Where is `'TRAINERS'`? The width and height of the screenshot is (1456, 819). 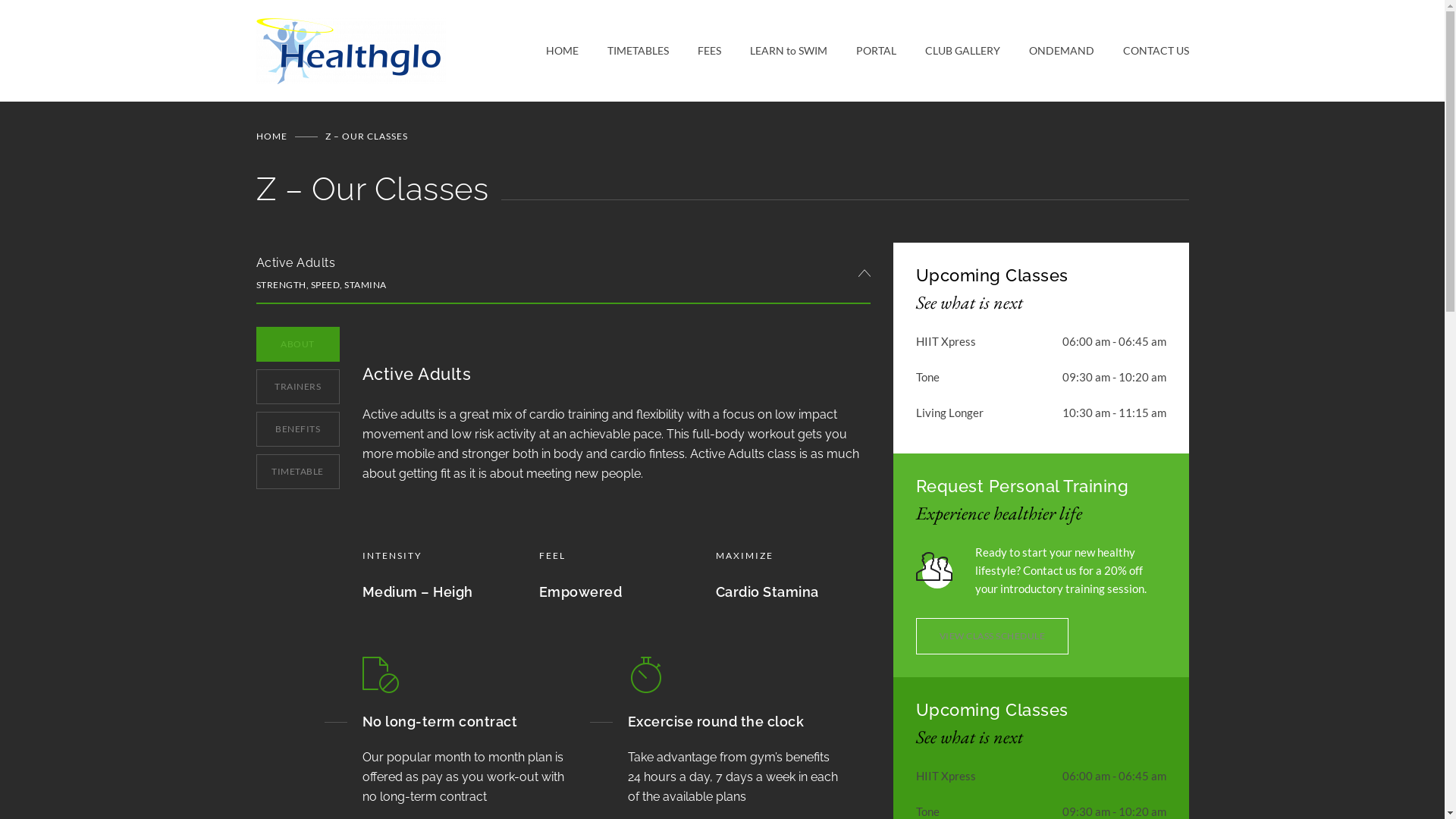
'TRAINERS' is located at coordinates (256, 385).